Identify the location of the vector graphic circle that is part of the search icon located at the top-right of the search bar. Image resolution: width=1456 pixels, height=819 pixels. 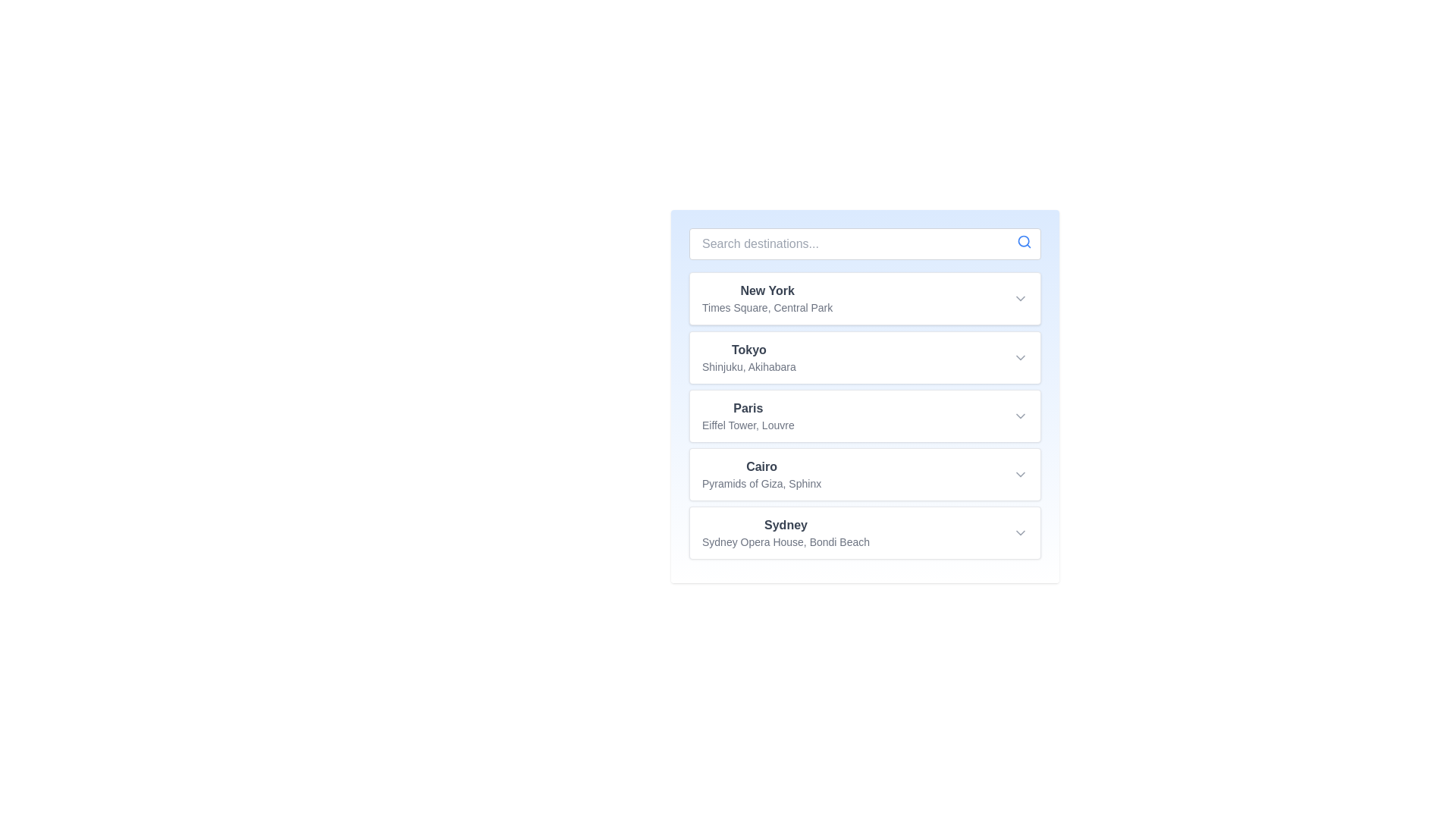
(1024, 240).